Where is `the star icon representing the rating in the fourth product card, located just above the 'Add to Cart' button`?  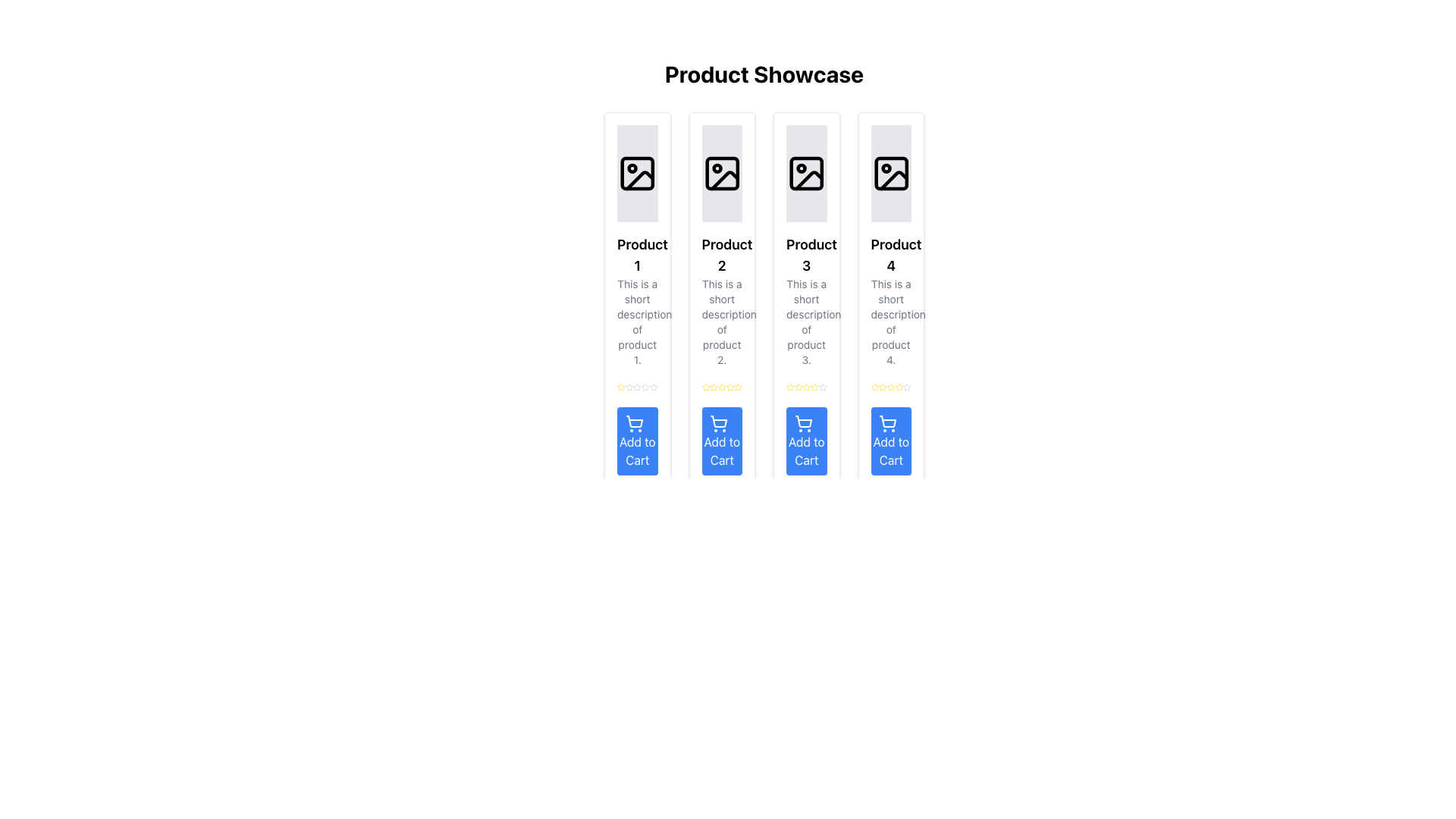 the star icon representing the rating in the fourth product card, located just above the 'Add to Cart' button is located at coordinates (874, 386).